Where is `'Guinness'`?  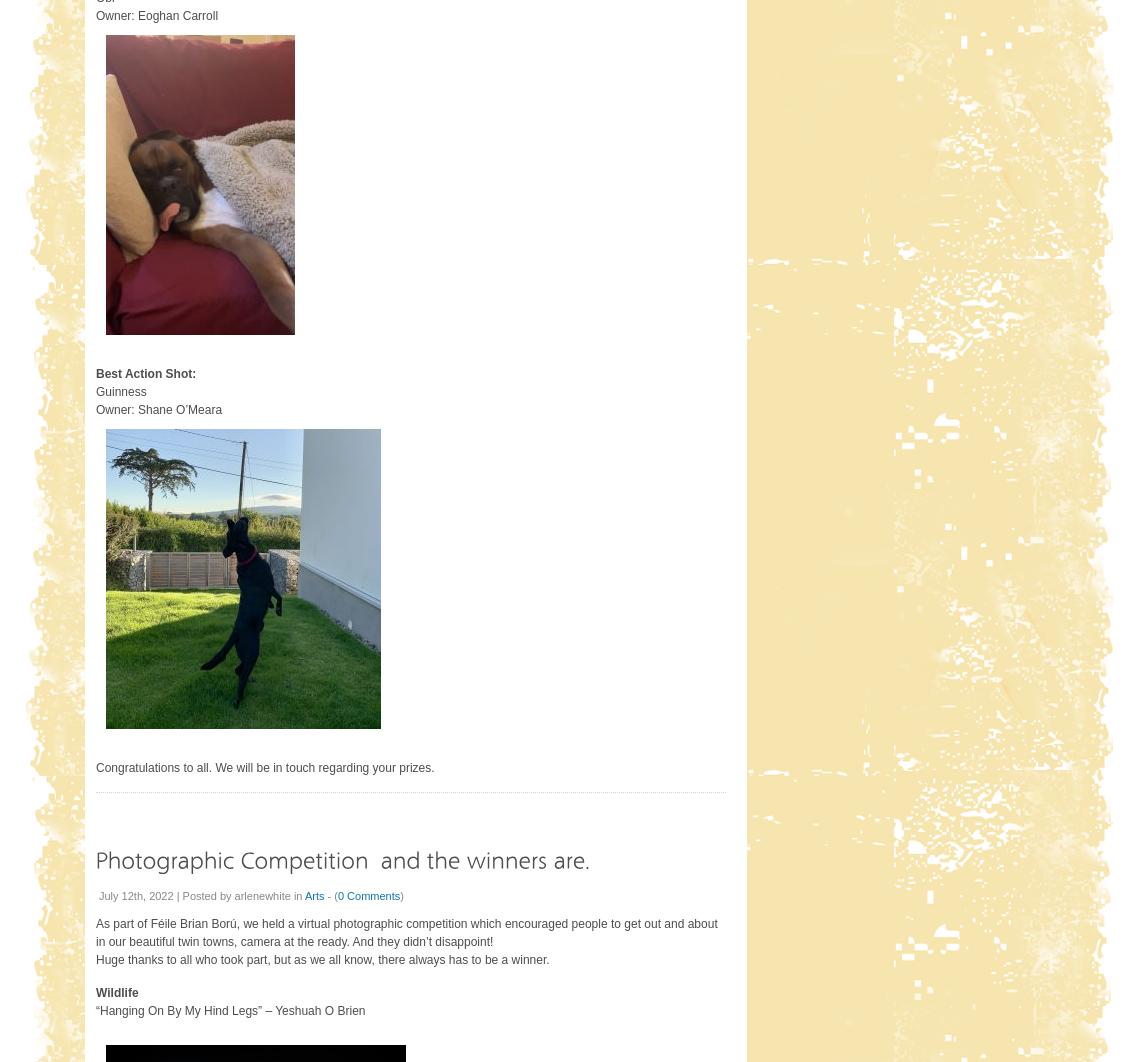 'Guinness' is located at coordinates (94, 390).